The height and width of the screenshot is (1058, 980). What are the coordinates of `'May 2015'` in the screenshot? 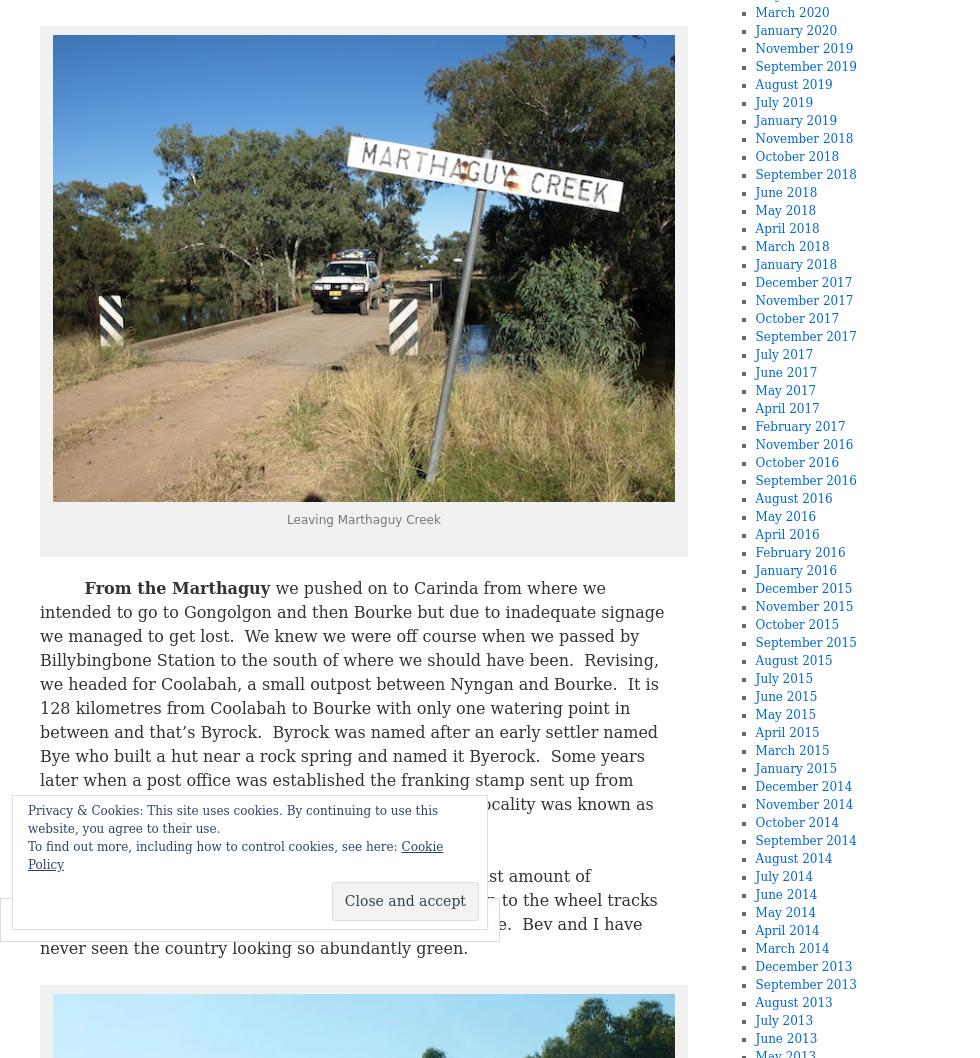 It's located at (785, 714).